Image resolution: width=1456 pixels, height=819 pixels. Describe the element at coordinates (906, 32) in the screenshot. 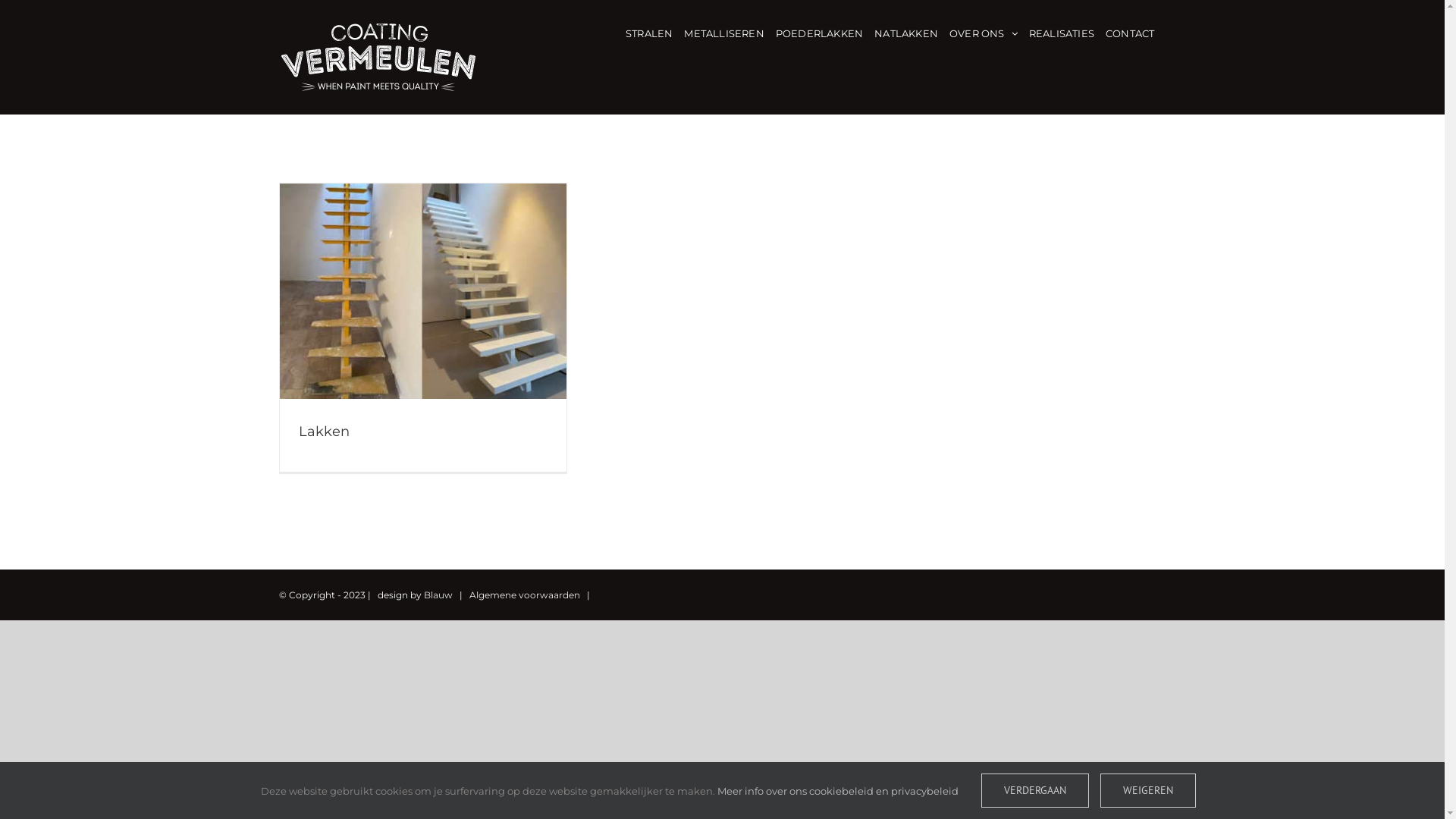

I see `'NATLAKKEN'` at that location.